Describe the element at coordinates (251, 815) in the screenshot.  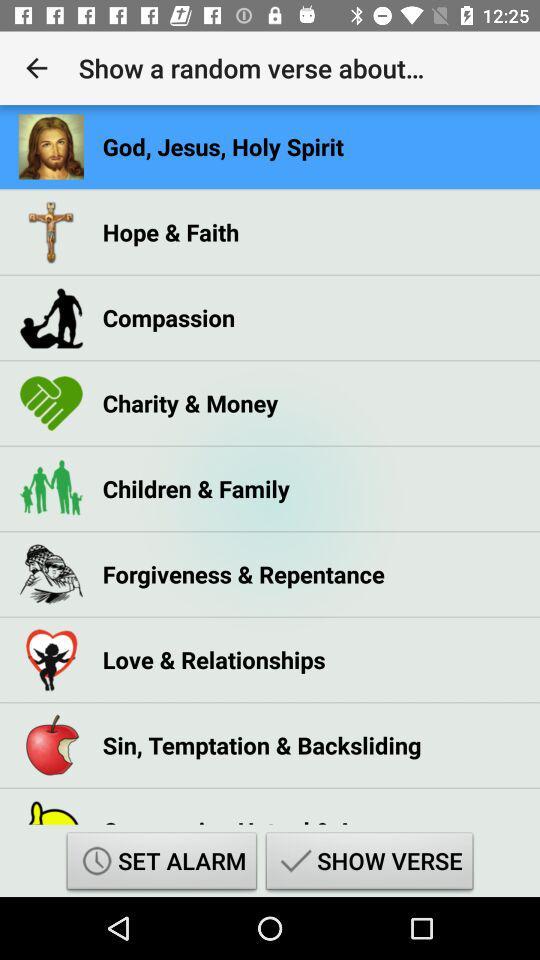
I see `icon above set alarm` at that location.